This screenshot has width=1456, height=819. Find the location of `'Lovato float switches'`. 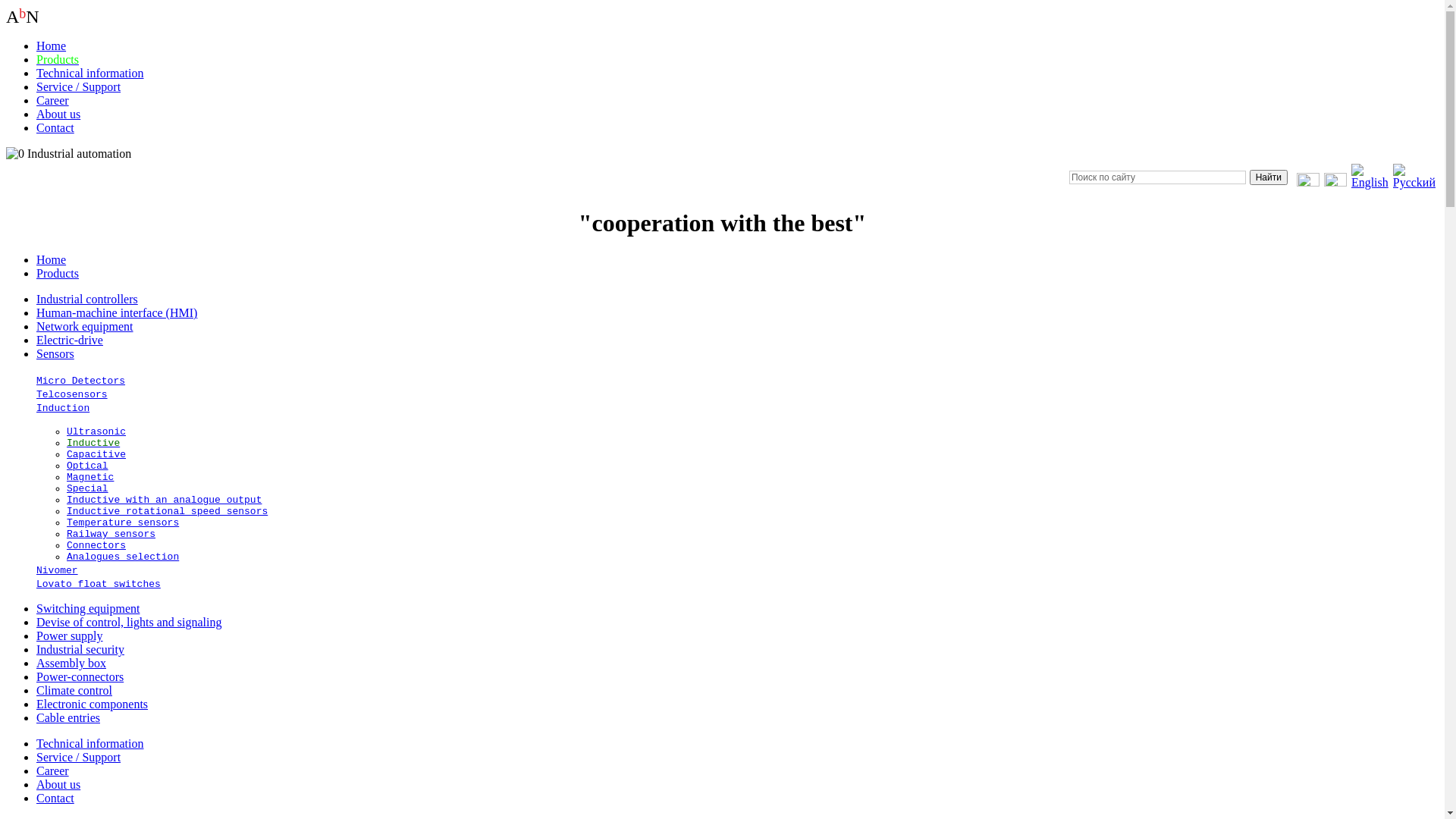

'Lovato float switches' is located at coordinates (36, 583).